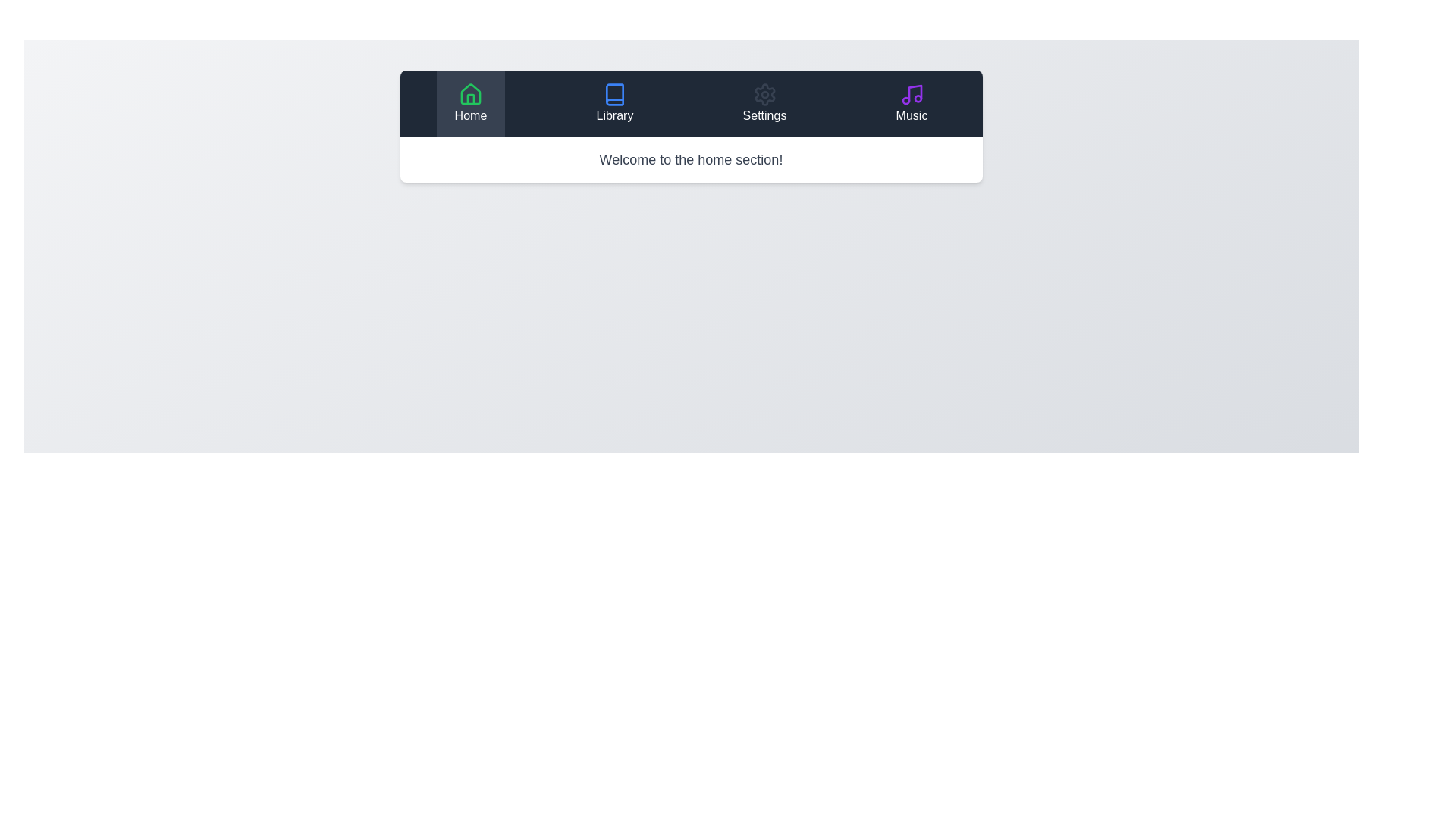 The image size is (1456, 819). Describe the element at coordinates (615, 103) in the screenshot. I see `the Library tab to view its content` at that location.